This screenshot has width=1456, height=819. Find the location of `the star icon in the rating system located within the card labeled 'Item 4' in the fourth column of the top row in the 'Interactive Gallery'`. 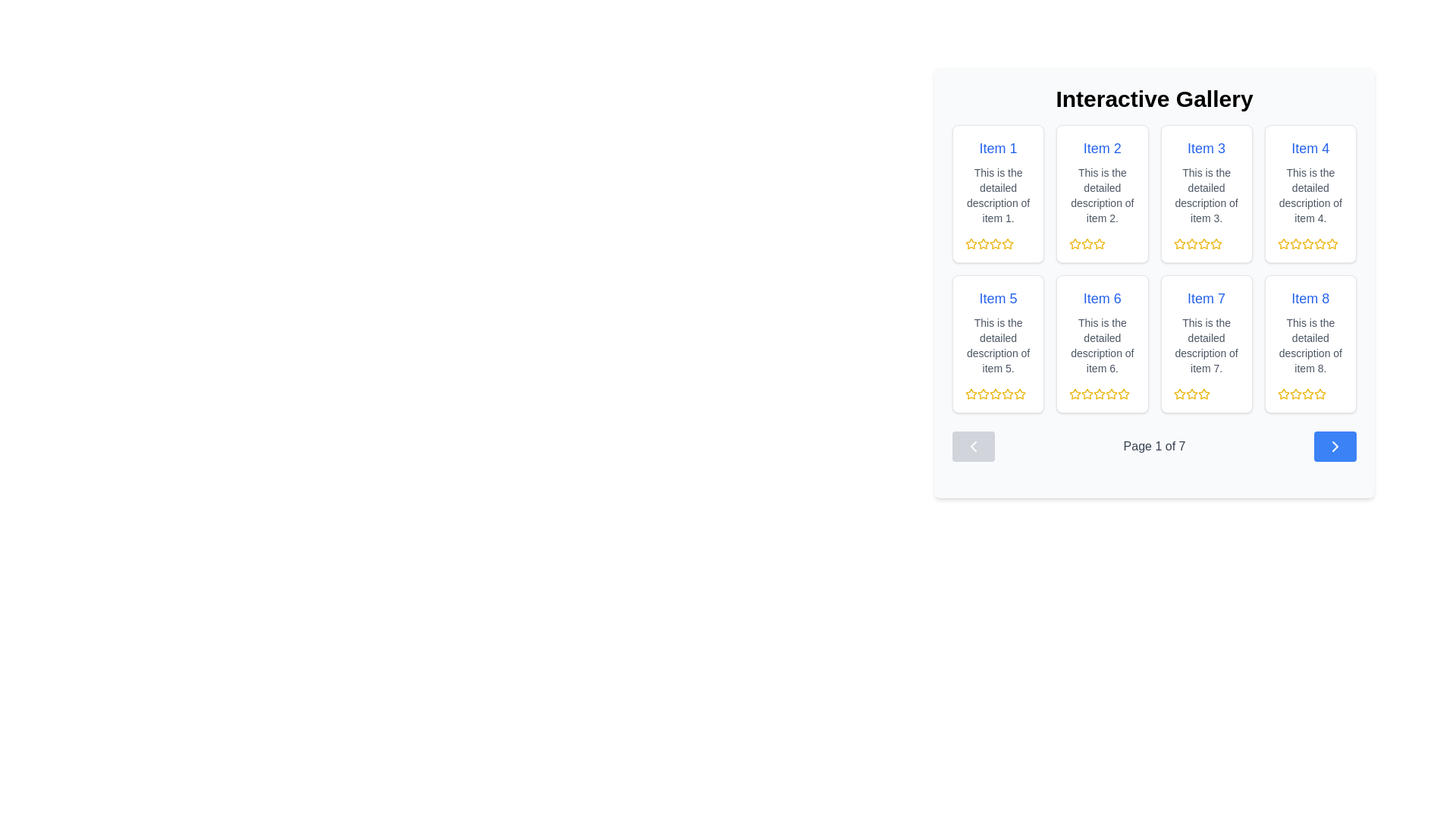

the star icon in the rating system located within the card labeled 'Item 4' in the fourth column of the top row in the 'Interactive Gallery' is located at coordinates (1310, 243).